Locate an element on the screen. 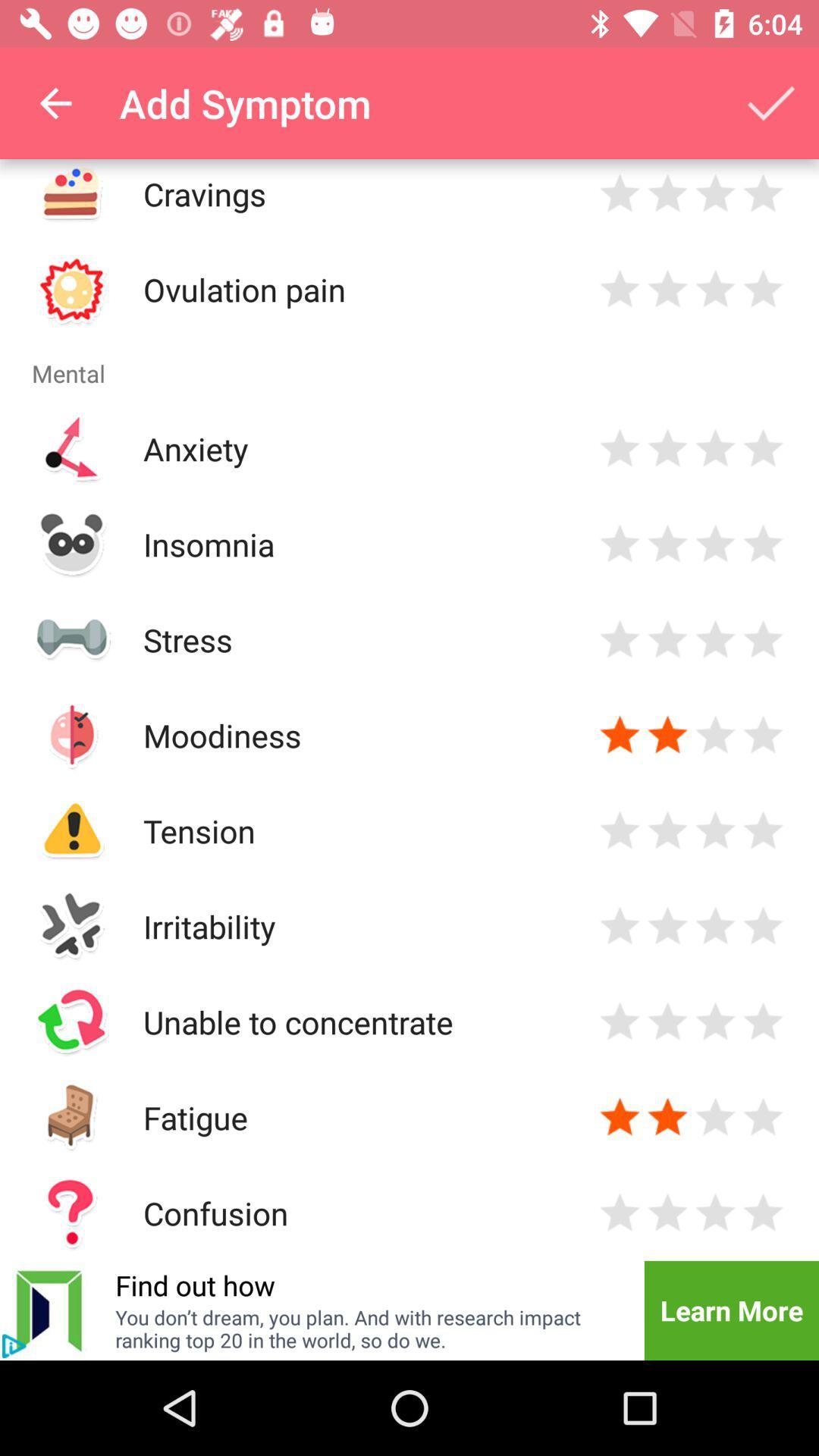 The height and width of the screenshot is (1456, 819). rate tension symptom with 1 star is located at coordinates (620, 830).